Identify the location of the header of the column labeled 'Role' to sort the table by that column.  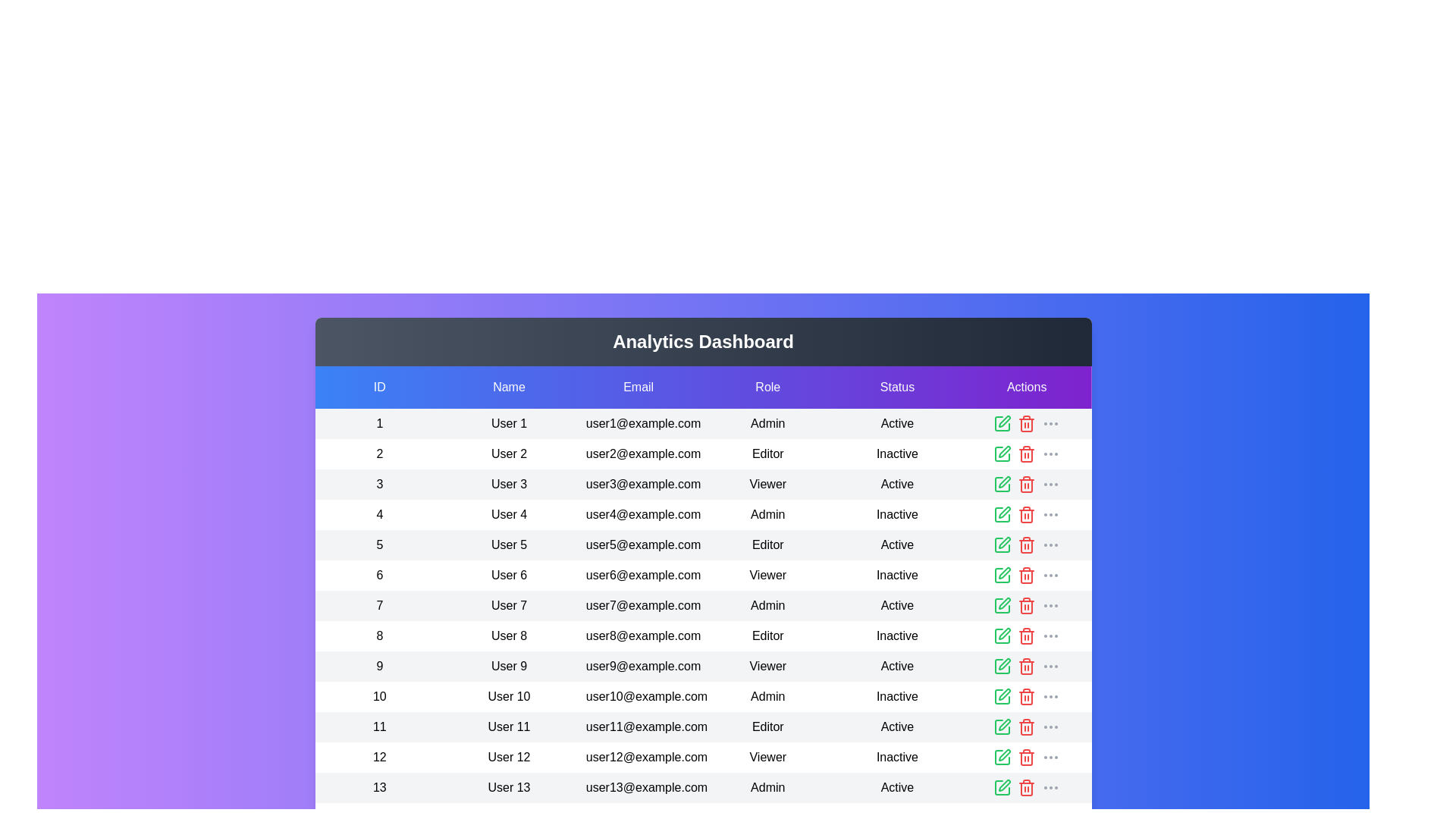
(767, 386).